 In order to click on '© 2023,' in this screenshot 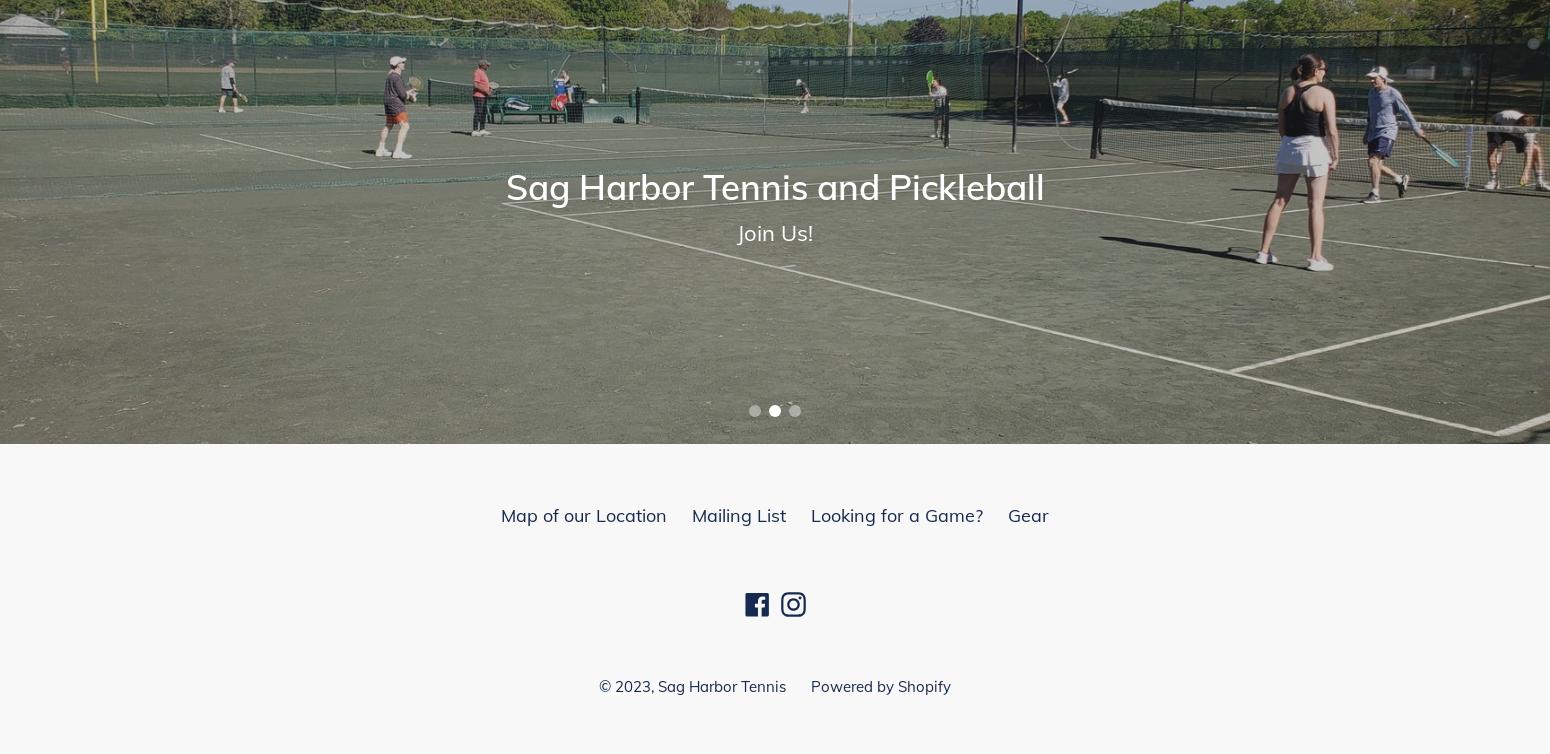, I will do `click(627, 684)`.